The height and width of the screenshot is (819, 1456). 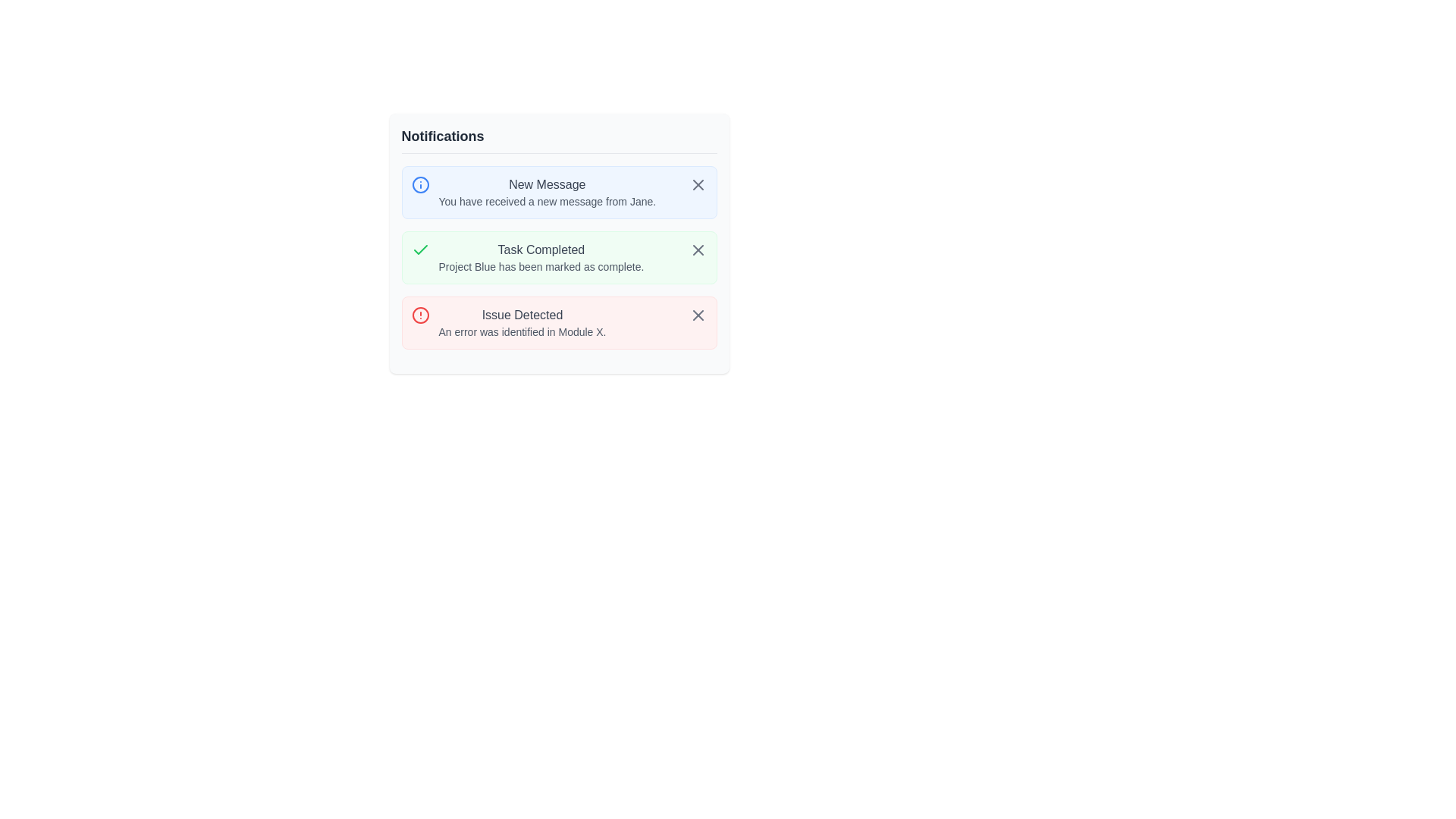 I want to click on details of the Notification card with the headline 'Issue Detected' and description 'An error was identified in Module X.', so click(x=558, y=322).